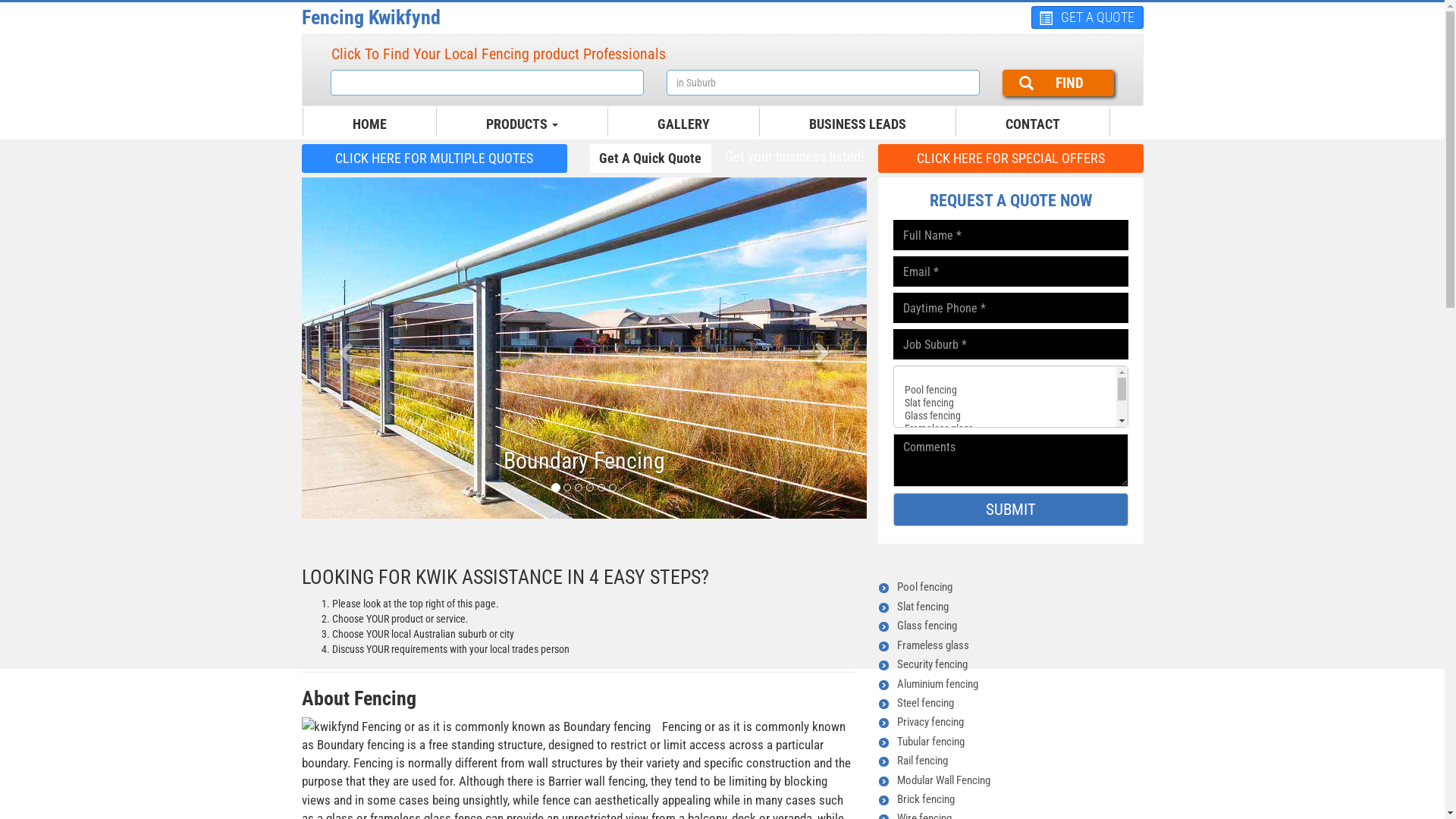  I want to click on 'Tubular fencing', so click(929, 741).